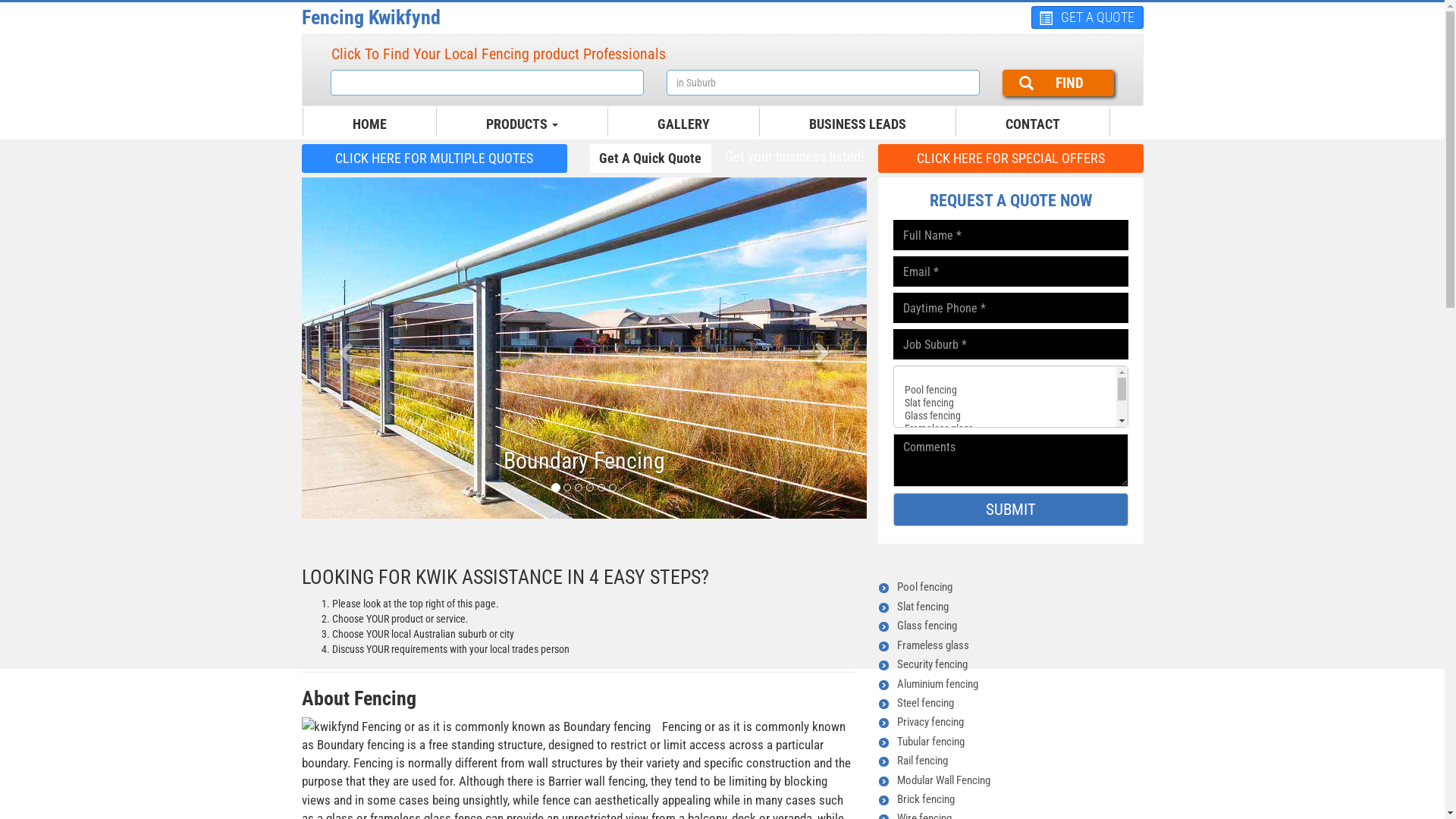  I want to click on 'Tubular fencing', so click(929, 741).